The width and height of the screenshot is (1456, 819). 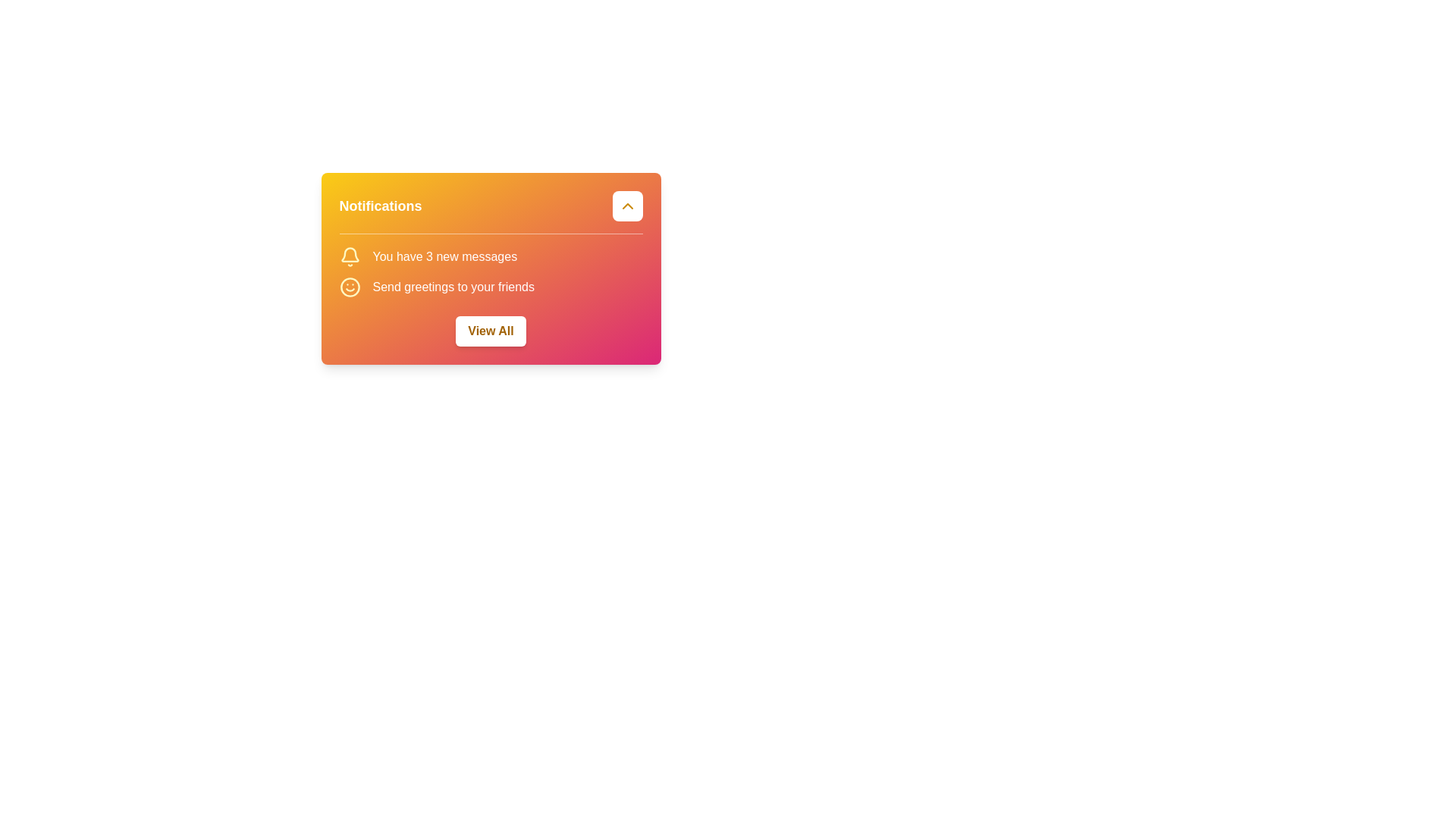 What do you see at coordinates (491, 290) in the screenshot?
I see `the informational panel located under the title 'Notifications', which notifies the user about new messages and encourages sending greetings to friends` at bounding box center [491, 290].